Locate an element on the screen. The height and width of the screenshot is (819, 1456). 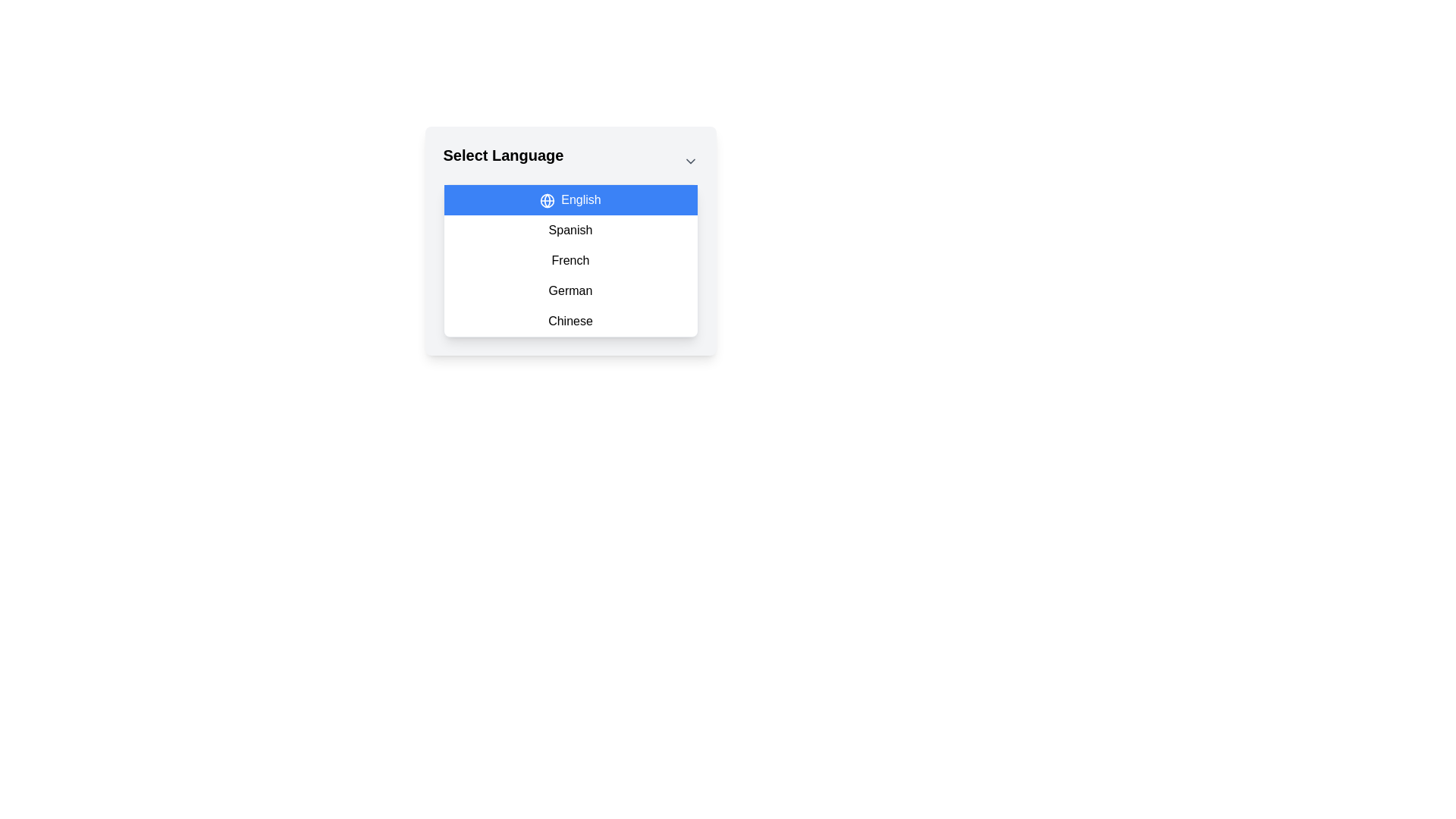
the 'Spanish' option in the dropdown menu is located at coordinates (570, 240).